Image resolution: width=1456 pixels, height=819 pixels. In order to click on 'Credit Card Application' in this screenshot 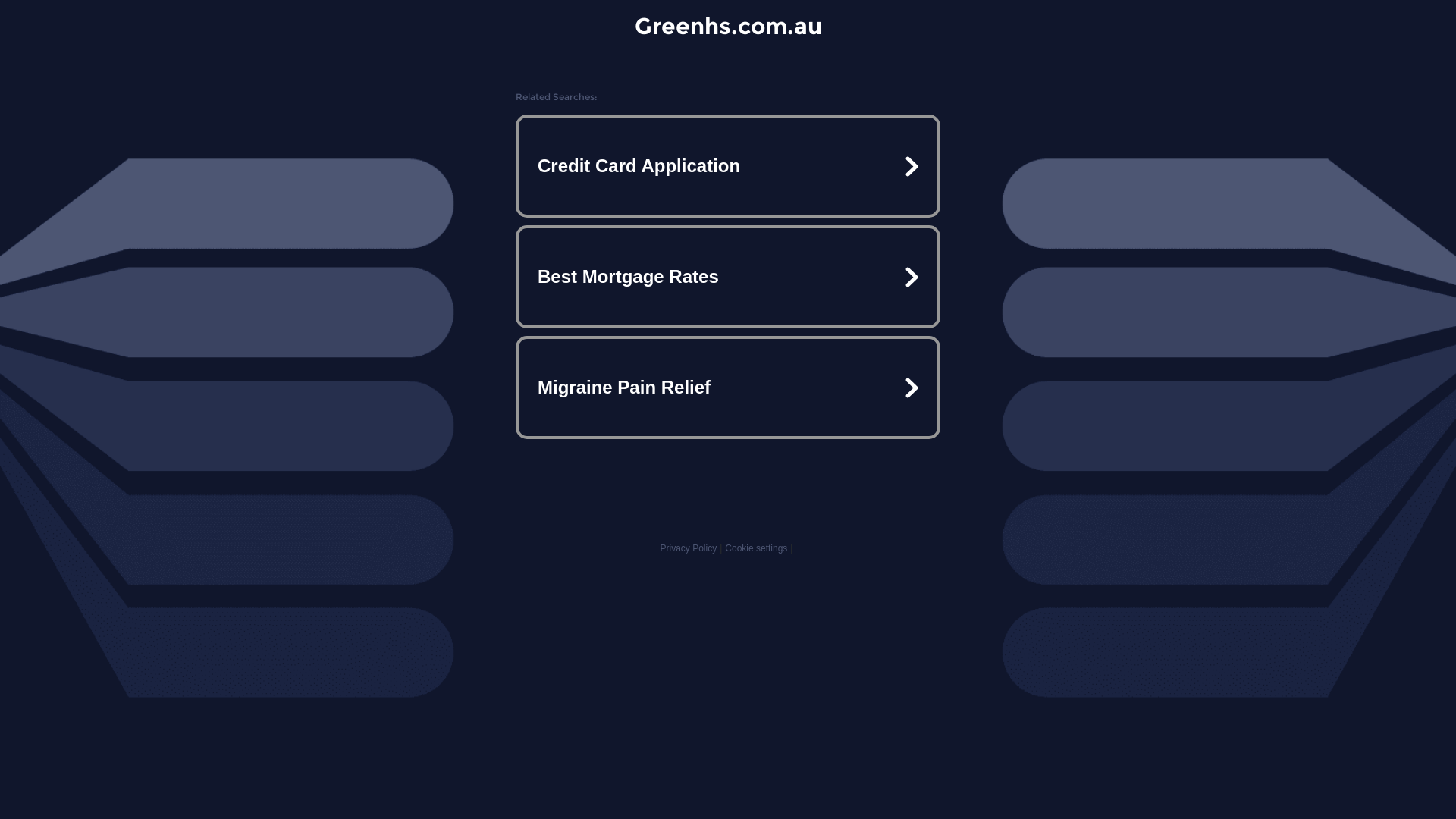, I will do `click(728, 166)`.